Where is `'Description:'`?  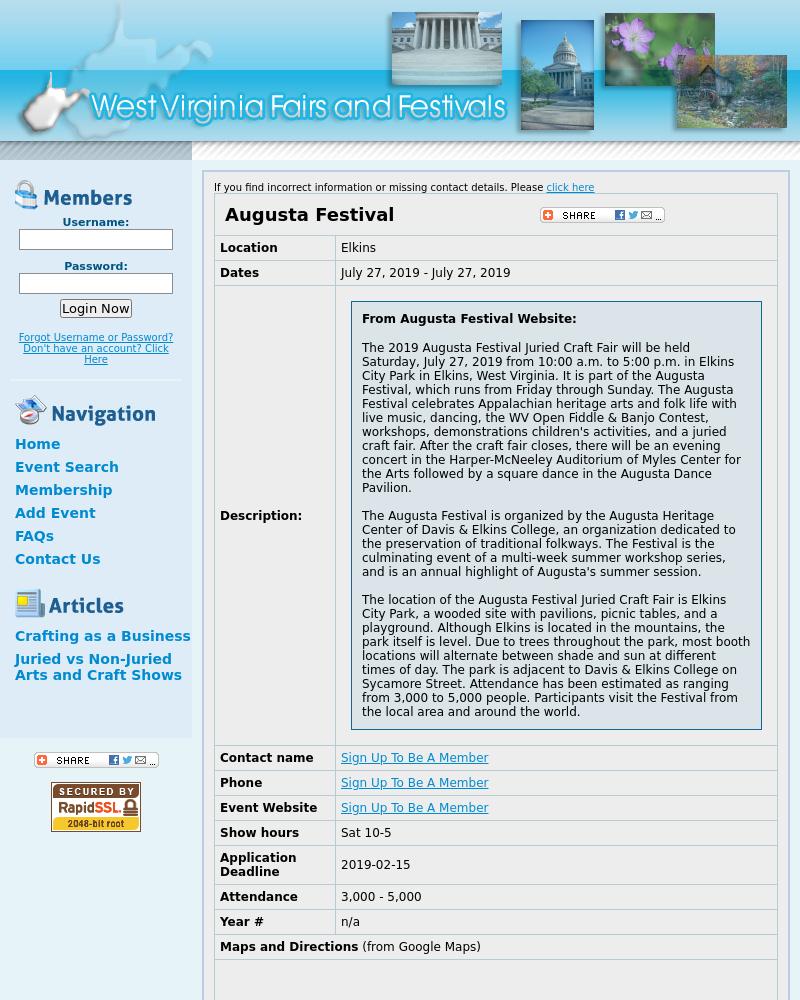
'Description:' is located at coordinates (260, 515).